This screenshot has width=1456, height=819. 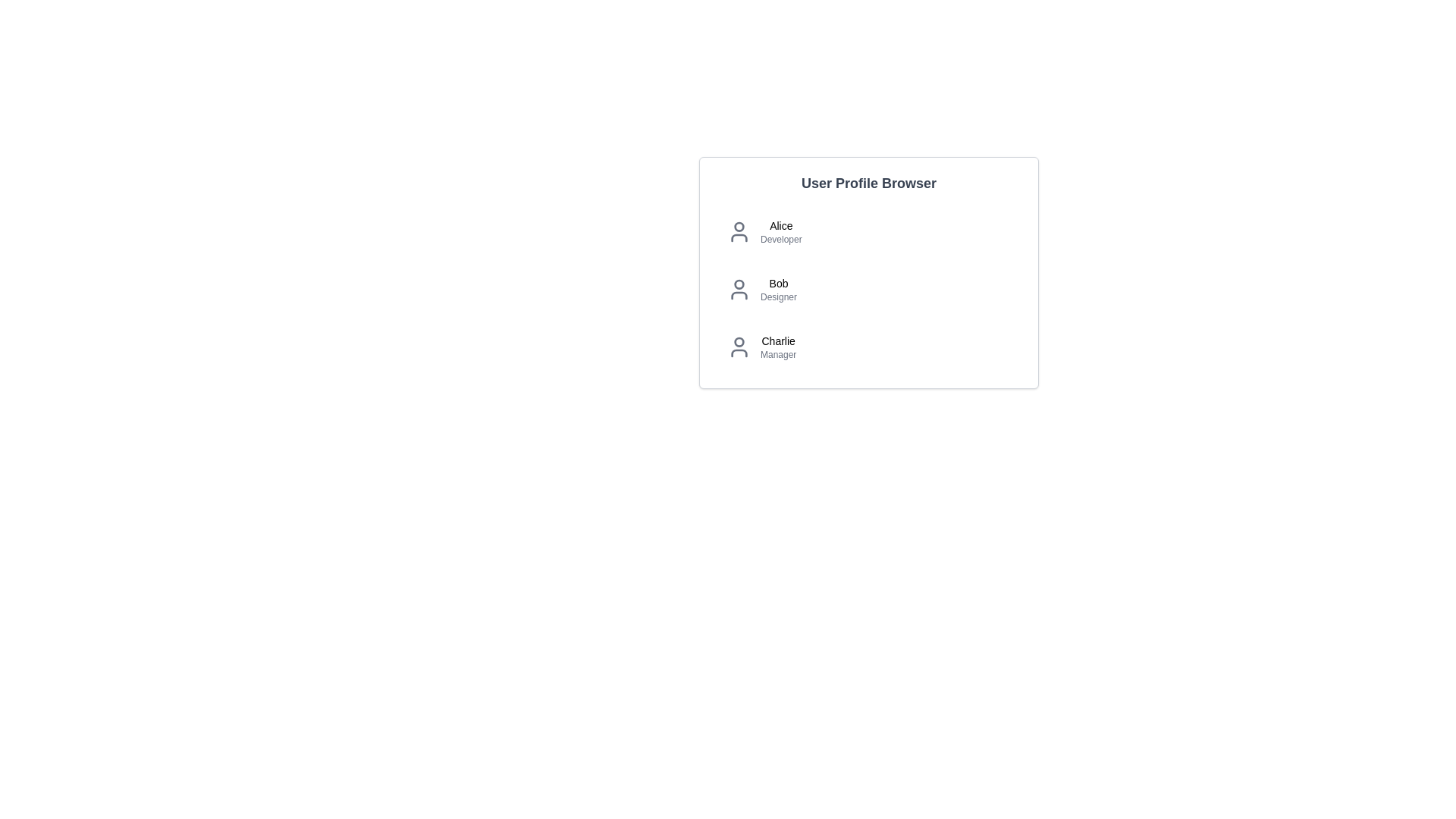 I want to click on the small circle within the user profile icon representing Charlie, located in the third position of the user profile browser, so click(x=739, y=342).